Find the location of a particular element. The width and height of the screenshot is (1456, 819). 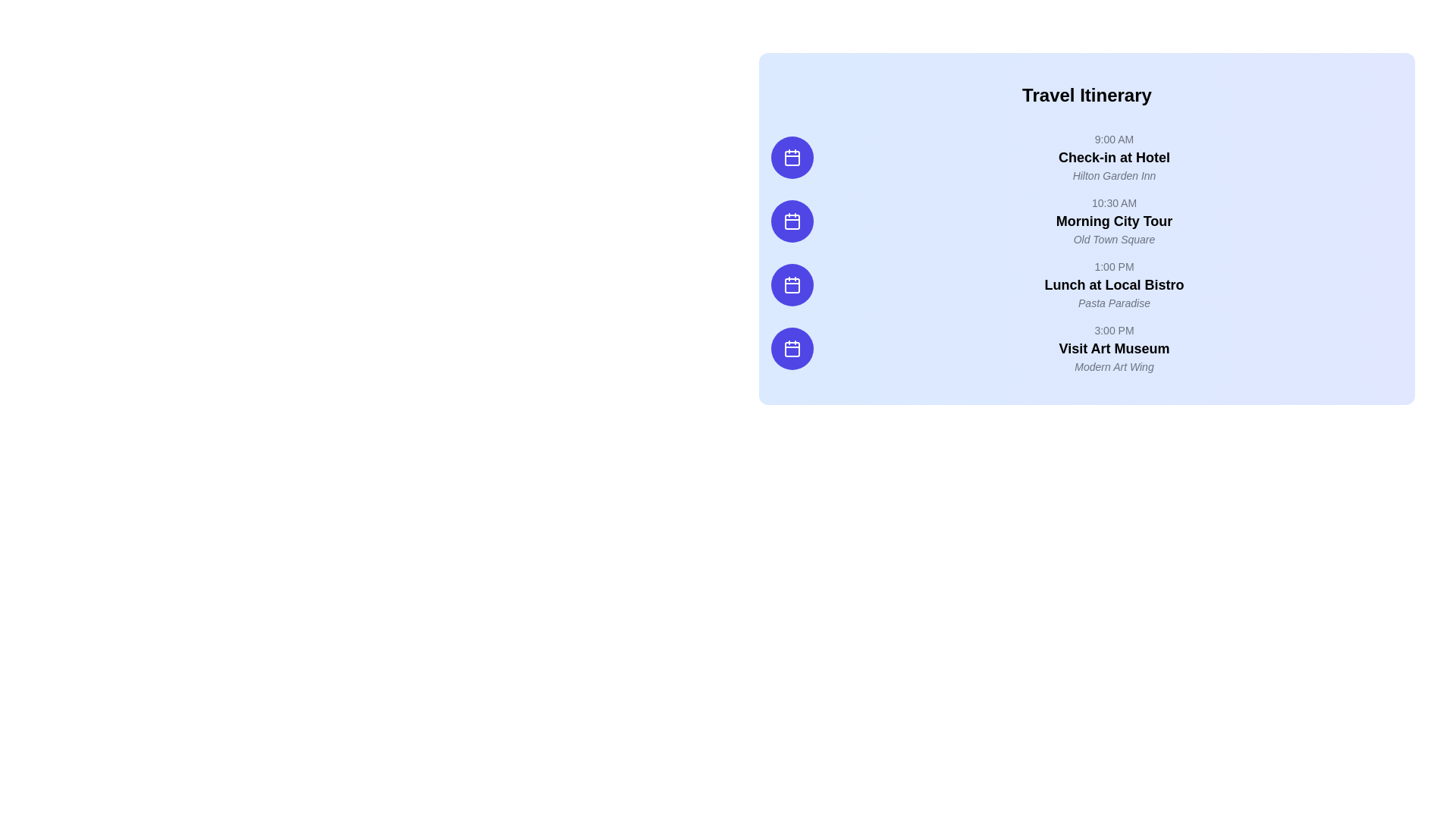

the blue rounded rectangle icon containing a minimalist white calendar icon to associate it with the itinerary item is located at coordinates (792, 158).